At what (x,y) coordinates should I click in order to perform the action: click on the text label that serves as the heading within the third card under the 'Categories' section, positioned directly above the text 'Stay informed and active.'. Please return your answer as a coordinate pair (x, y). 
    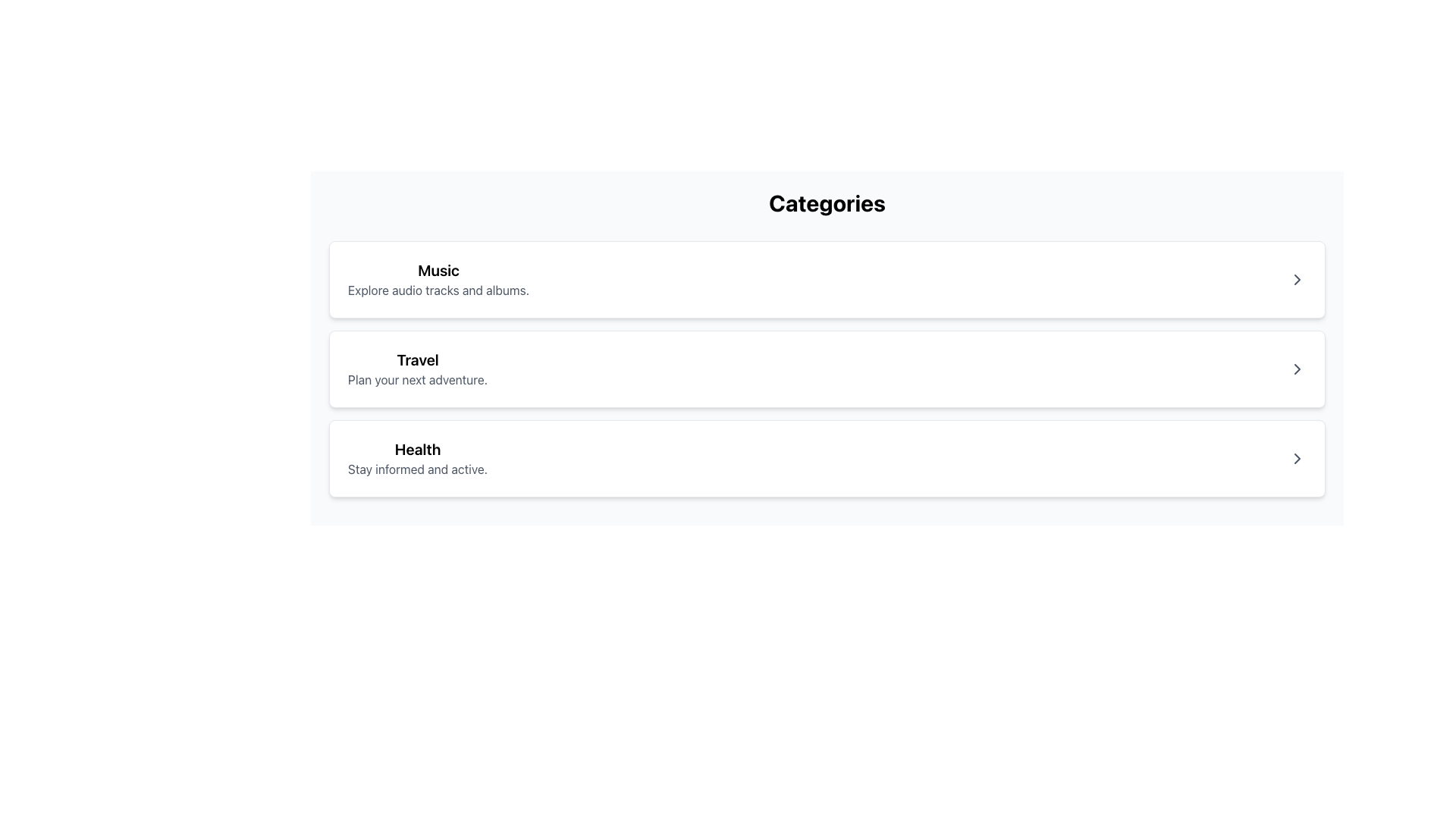
    Looking at the image, I should click on (418, 449).